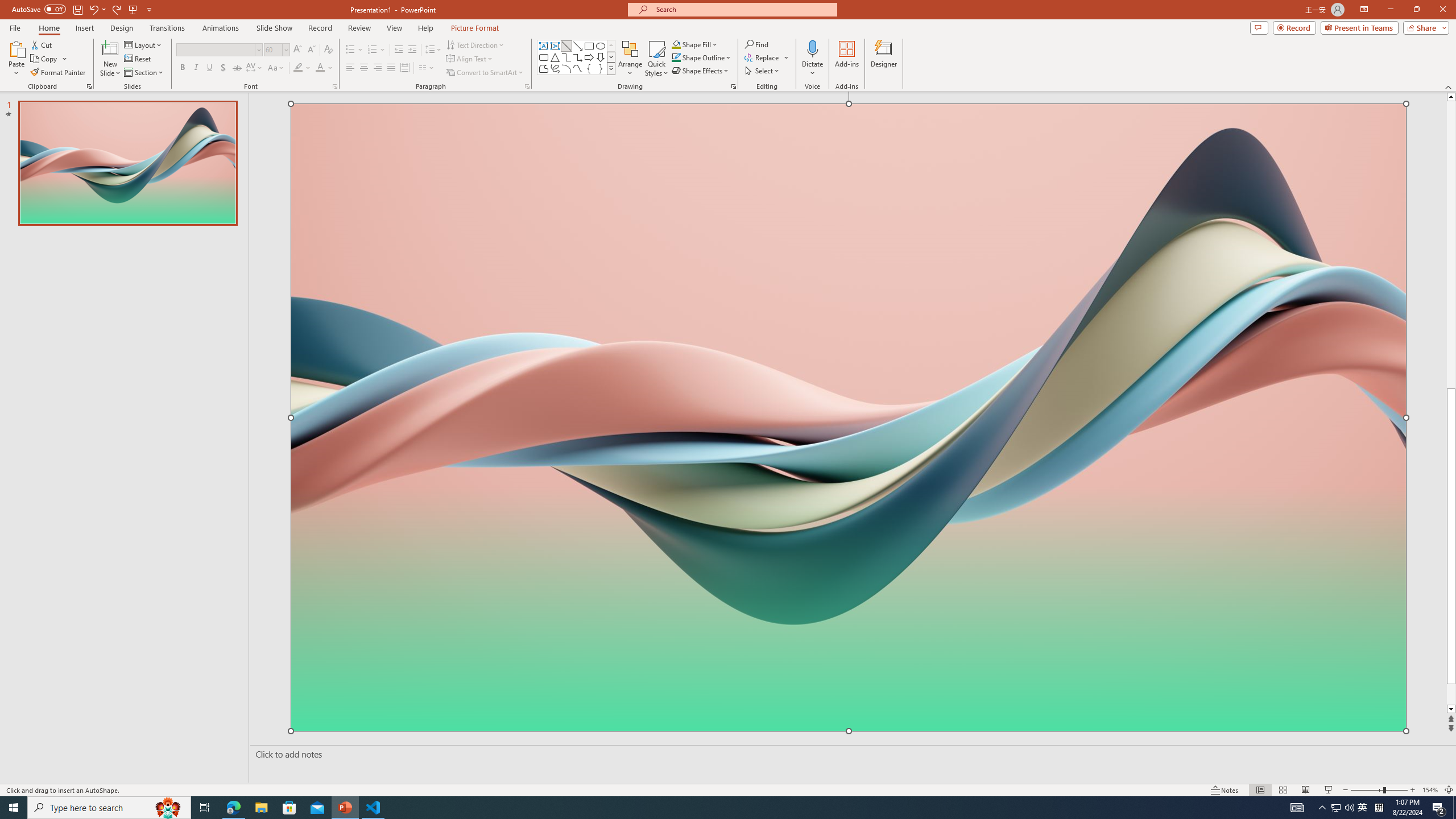 The height and width of the screenshot is (819, 1456). Describe the element at coordinates (475, 28) in the screenshot. I see `'Picture Format'` at that location.